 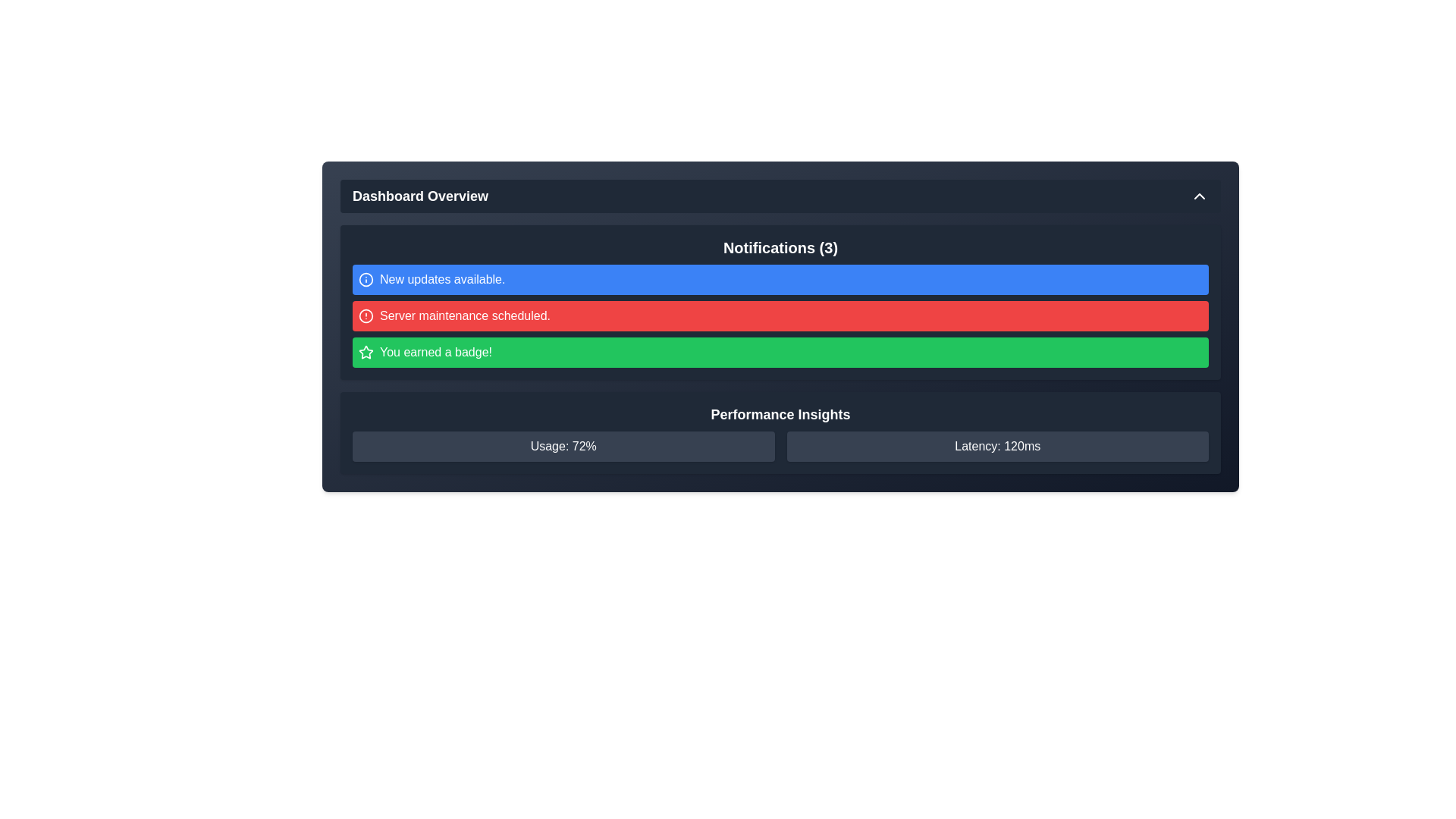 I want to click on the 'Performance Insights' header text label, which is centrally placed above the 'Usage: 72%' and 'Latency: 120ms' boxes, so click(x=780, y=415).